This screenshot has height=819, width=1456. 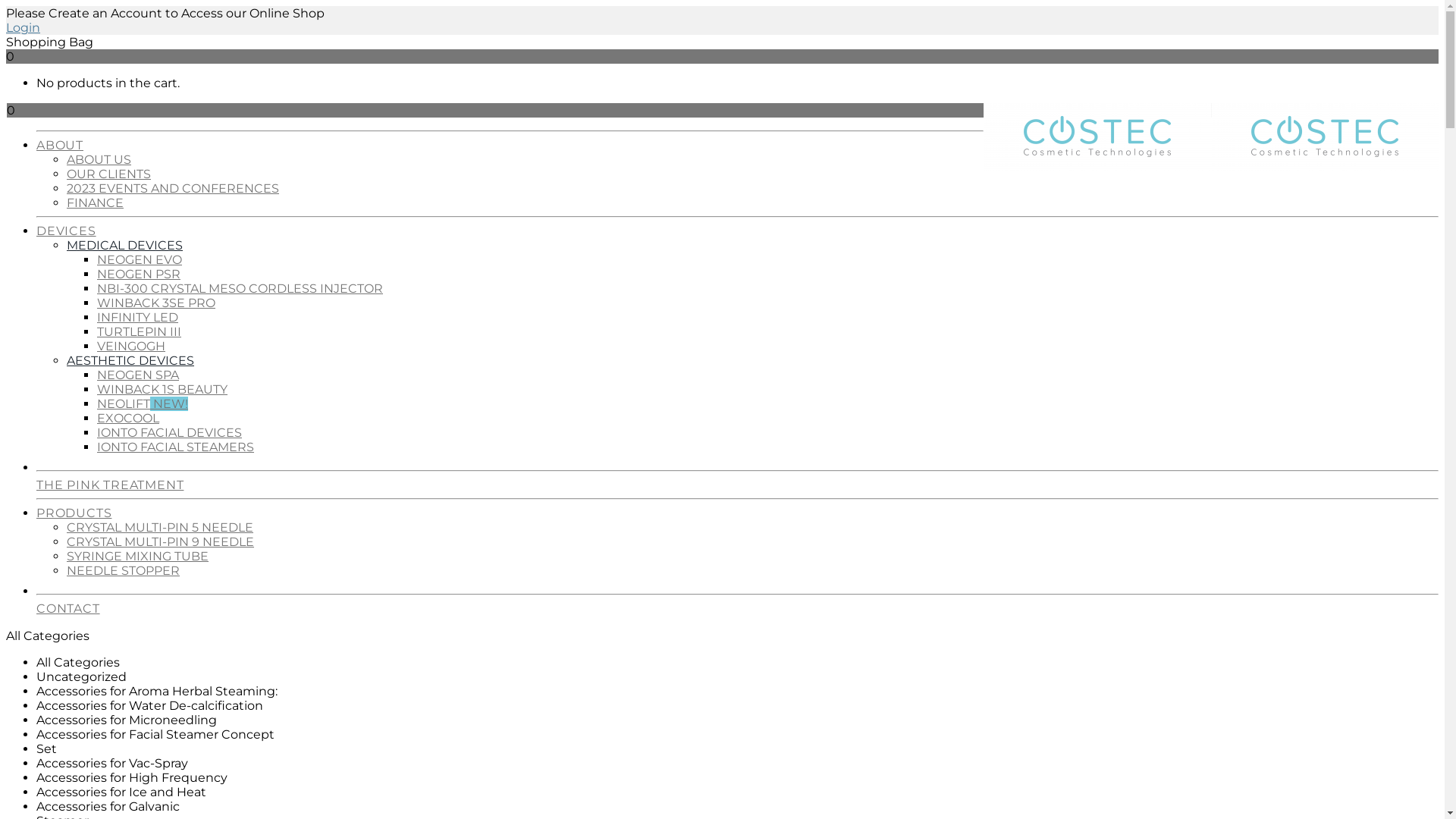 What do you see at coordinates (23, 27) in the screenshot?
I see `'Login'` at bounding box center [23, 27].